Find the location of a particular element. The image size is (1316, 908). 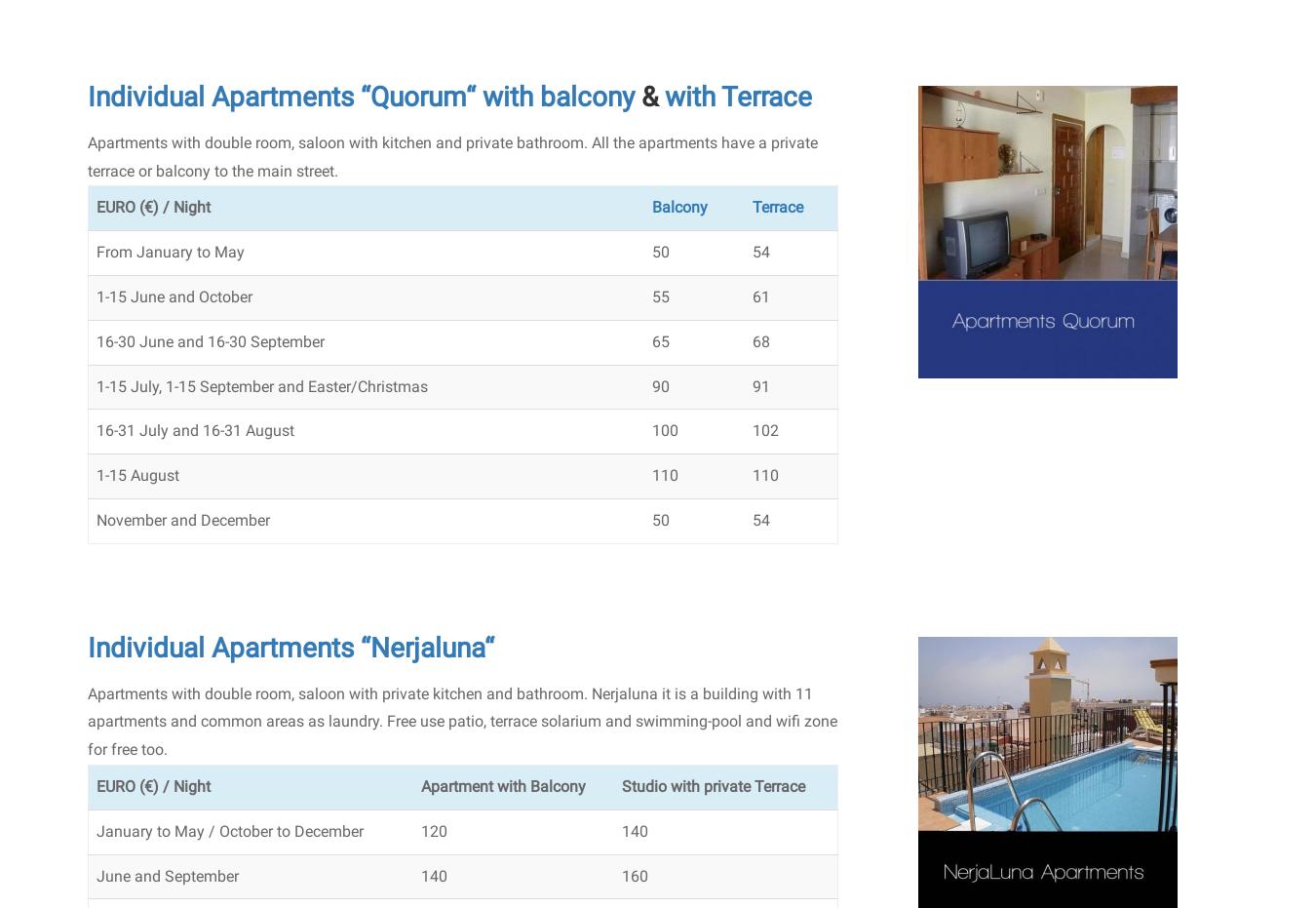

'January to May  / October to December' is located at coordinates (228, 829).